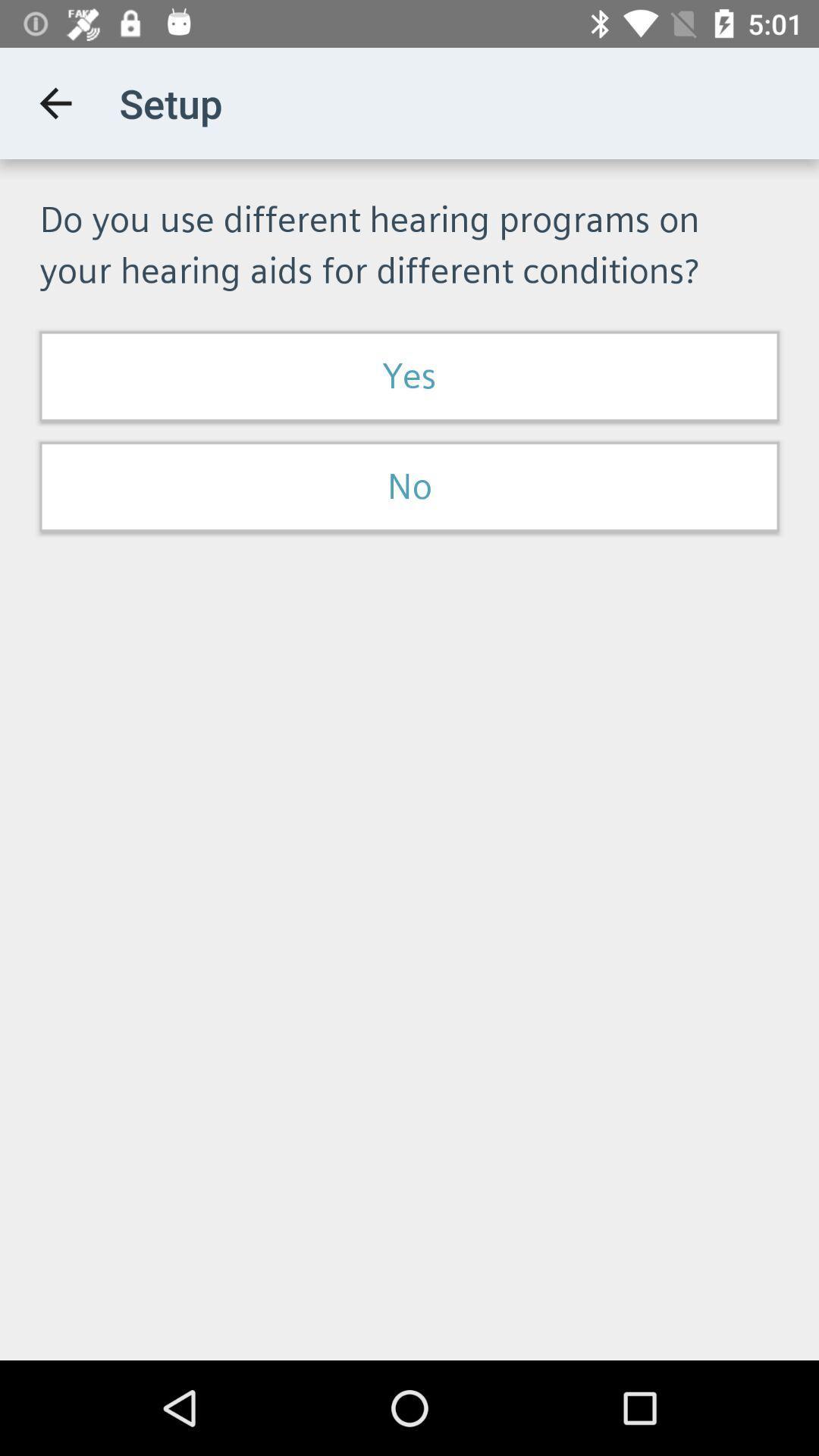 Image resolution: width=819 pixels, height=1456 pixels. I want to click on item above no, so click(409, 376).